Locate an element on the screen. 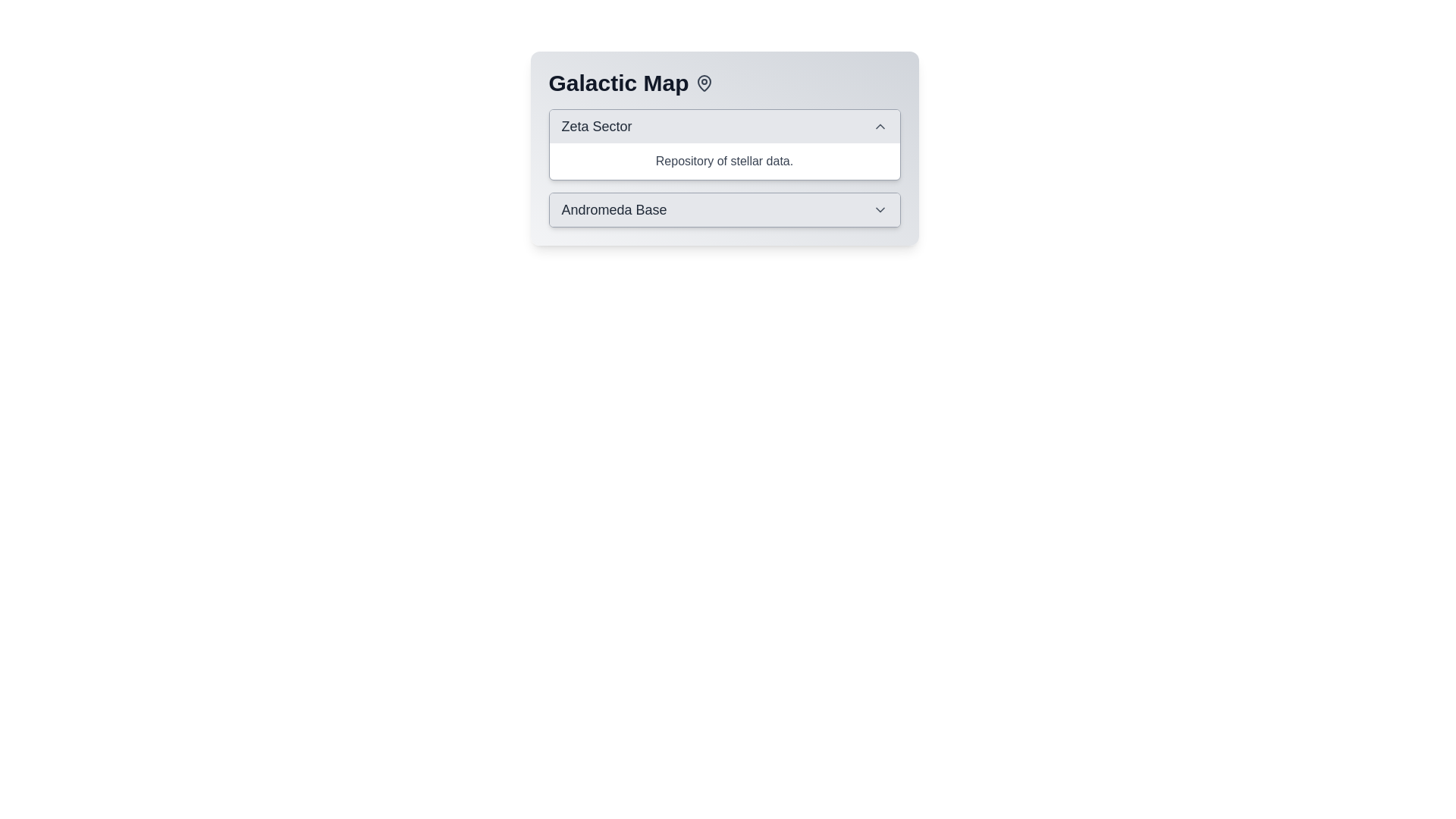 This screenshot has width=1456, height=819. the text label indicating the current selection within the dropdown menu associated with the 'Galactic Map' title is located at coordinates (614, 210).